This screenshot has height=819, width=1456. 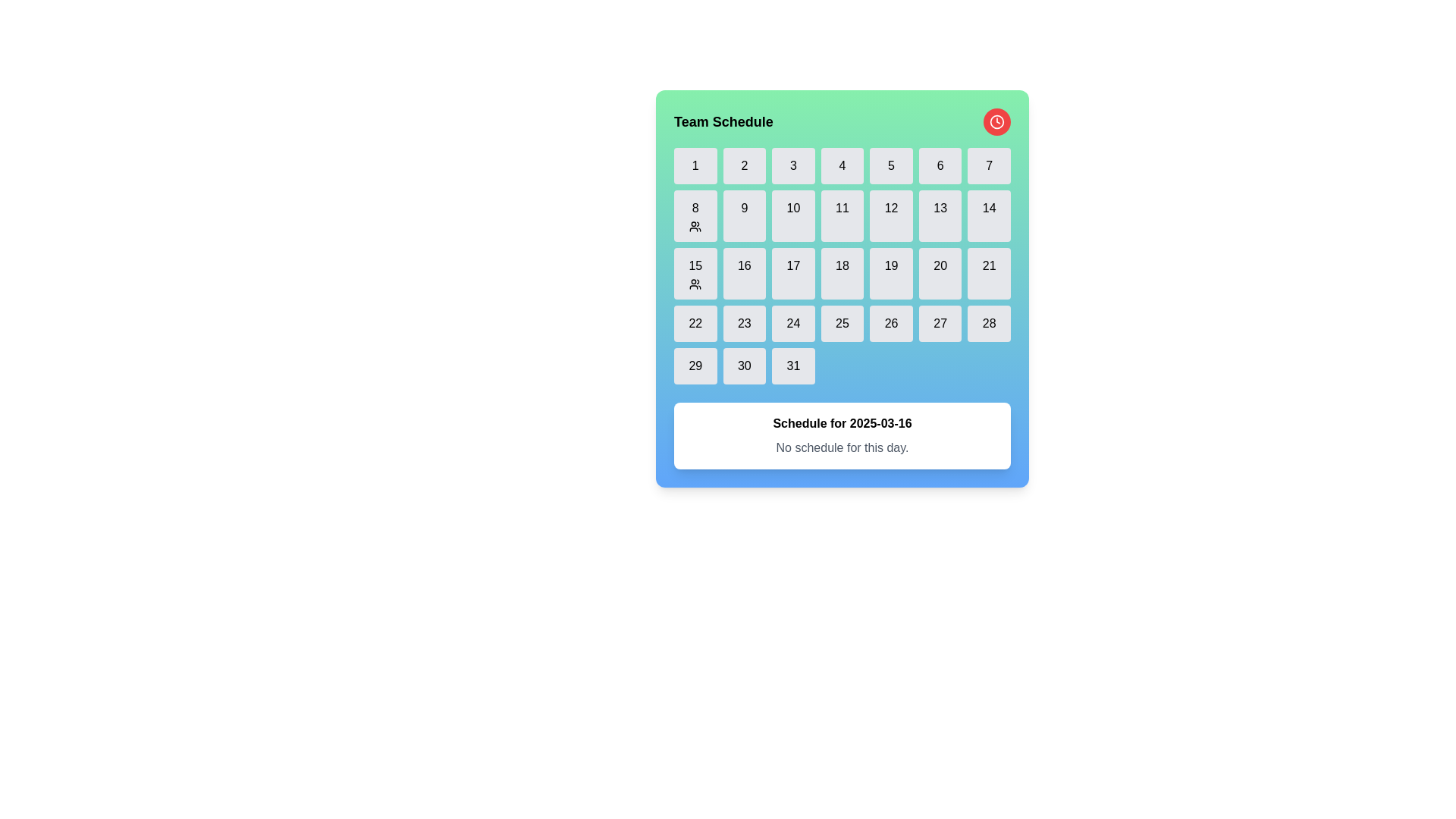 What do you see at coordinates (744, 274) in the screenshot?
I see `the Calendar day button displaying the number '16' in the 'Team Schedule' section` at bounding box center [744, 274].